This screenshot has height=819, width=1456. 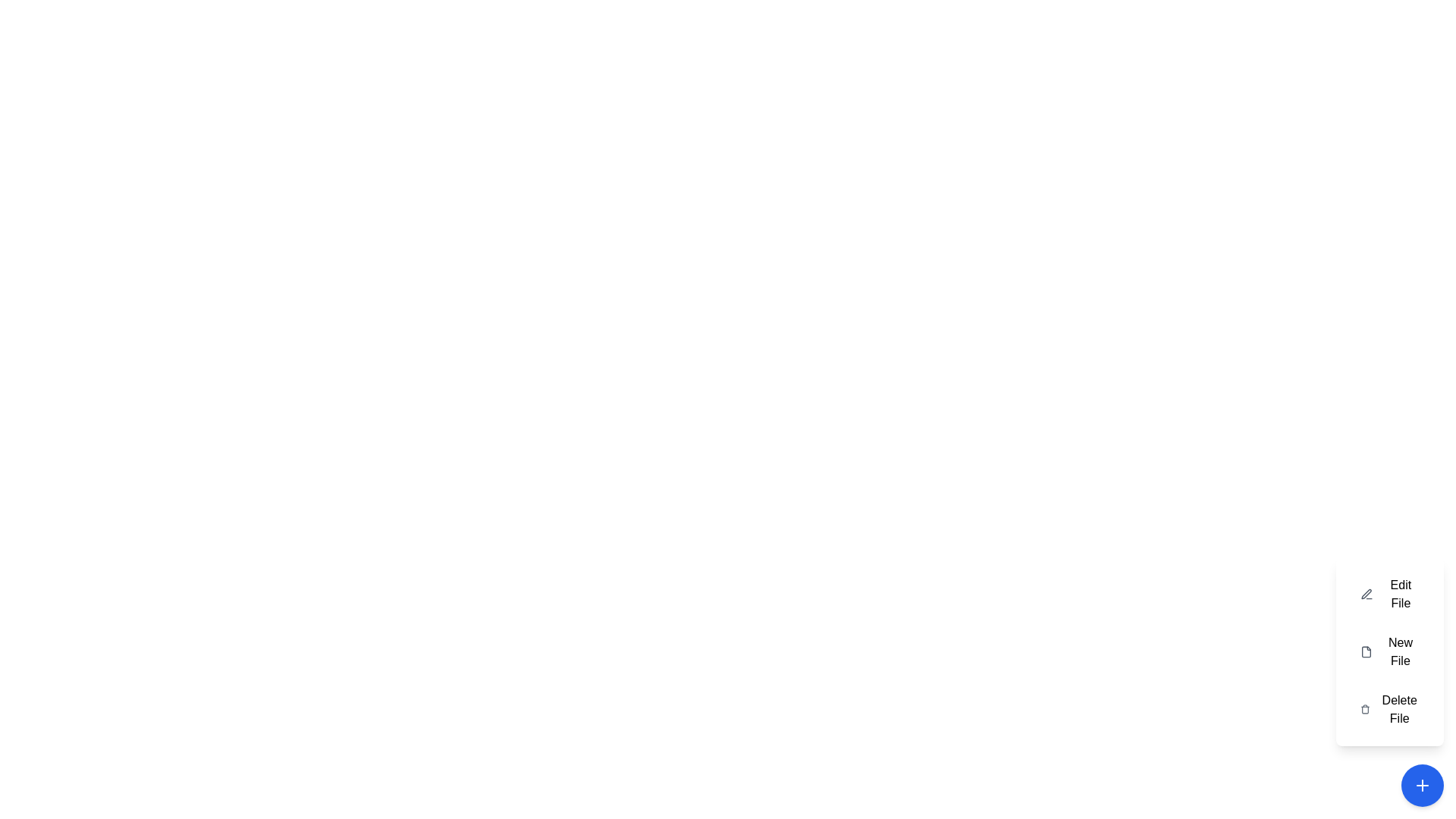 I want to click on the edit file icon located within the 'Edit File' button at the top of the vertical menu options on the right side of the interface, so click(x=1367, y=593).